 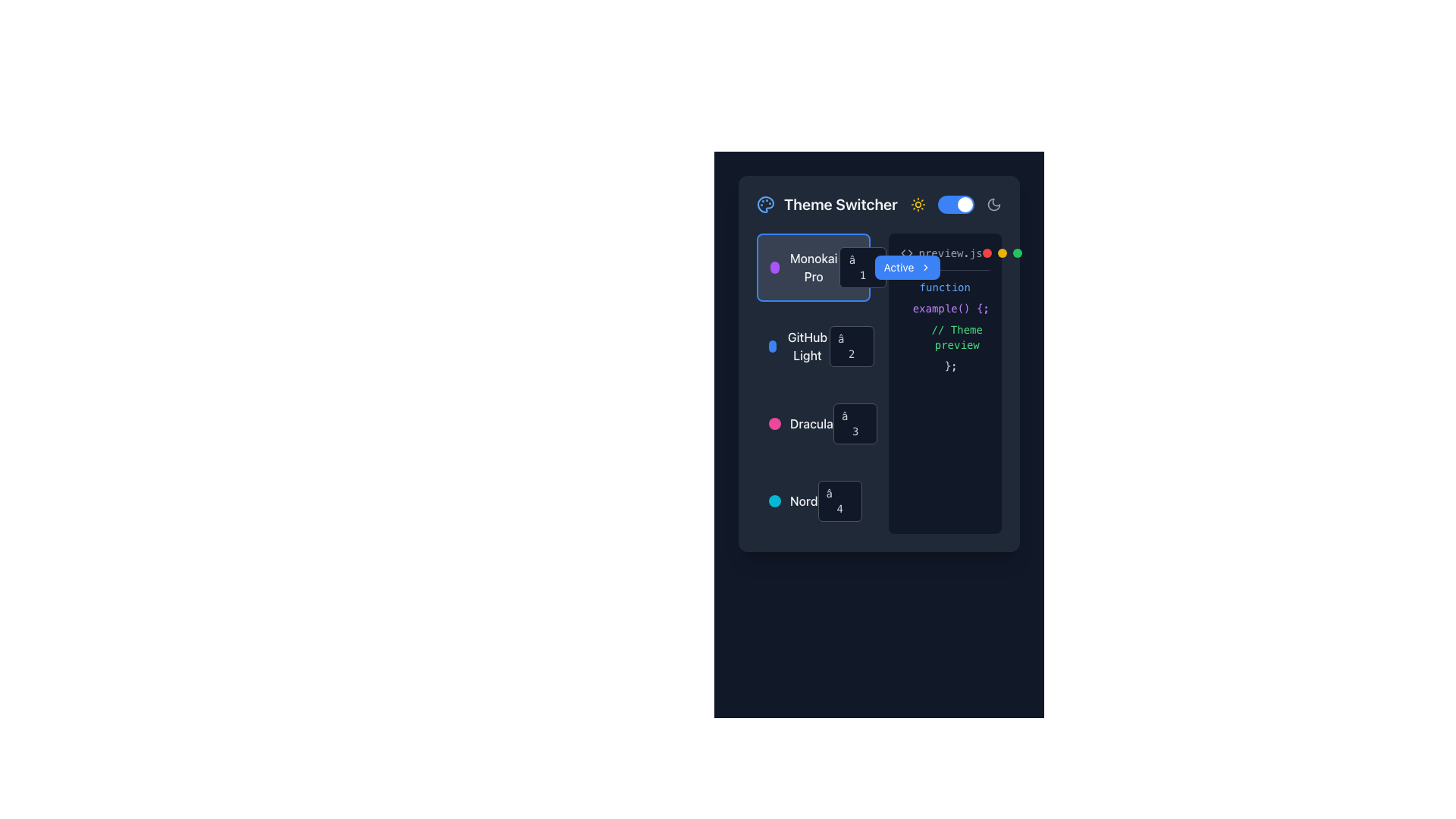 What do you see at coordinates (812, 500) in the screenshot?
I see `the selectable list item containing the text 'Nord'` at bounding box center [812, 500].